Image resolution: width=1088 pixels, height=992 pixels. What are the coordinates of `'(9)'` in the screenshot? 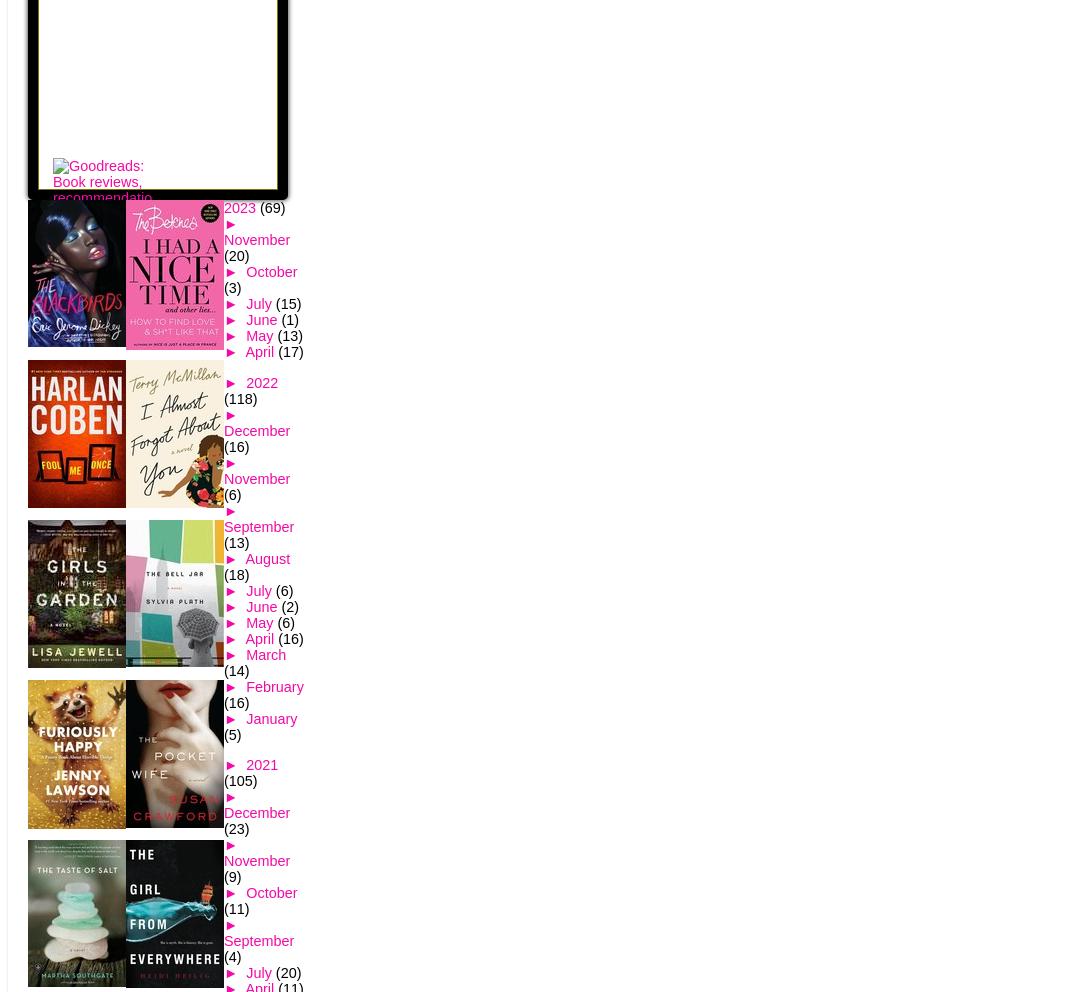 It's located at (231, 876).